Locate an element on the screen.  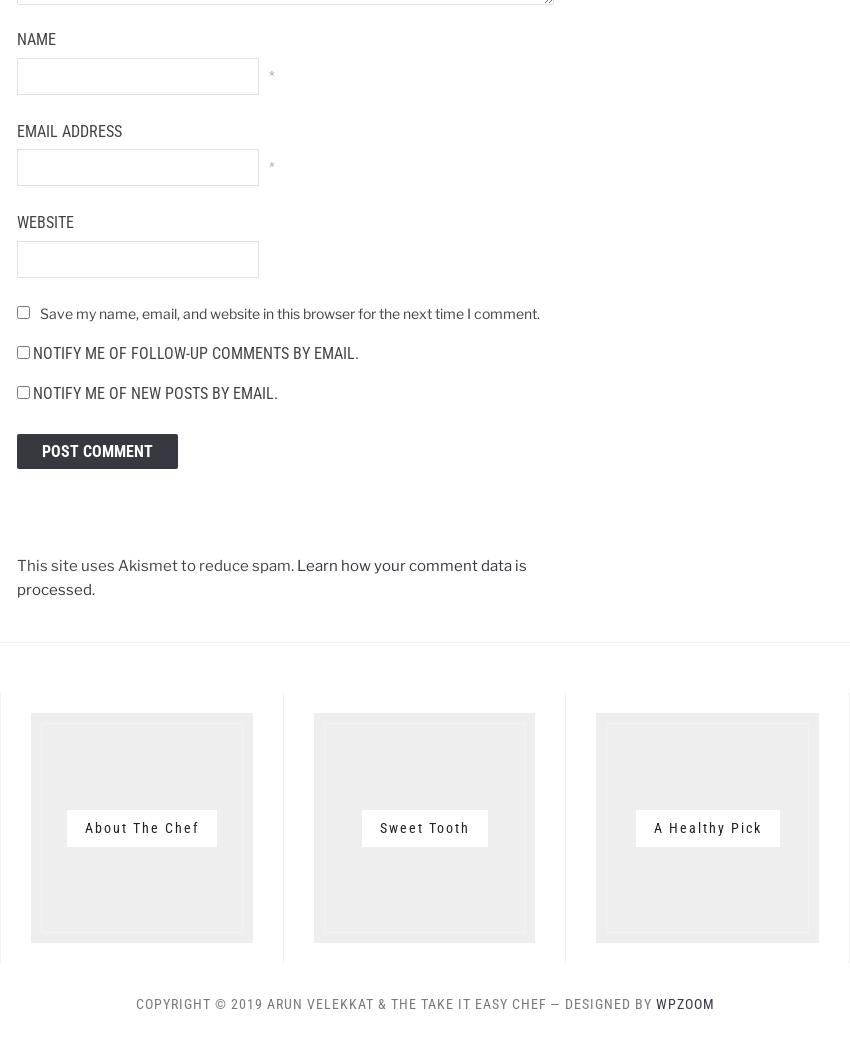
'Notify me of follow-up comments by email.' is located at coordinates (195, 351).